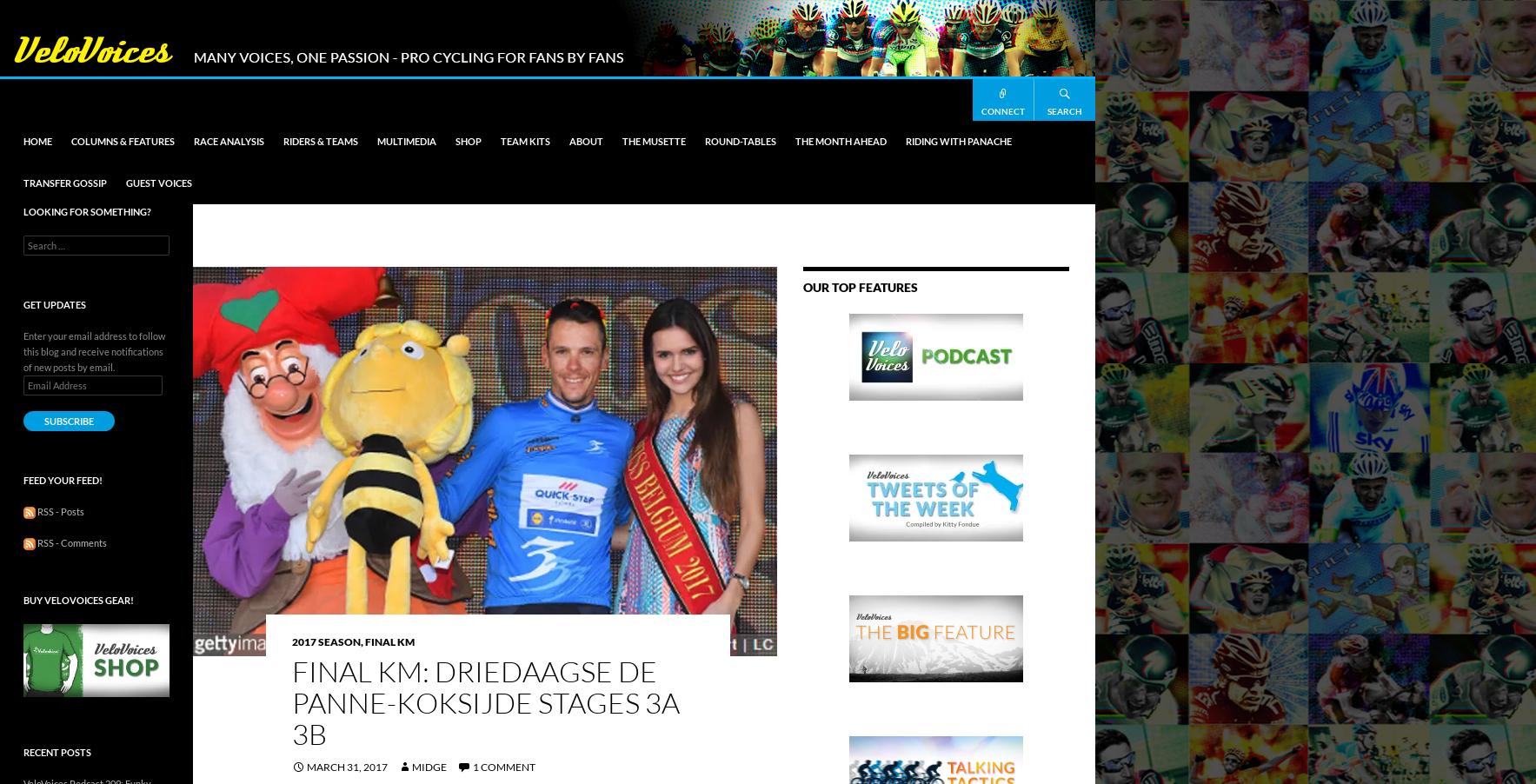 The image size is (1536, 784). Describe the element at coordinates (1003, 110) in the screenshot. I see `'Connect'` at that location.